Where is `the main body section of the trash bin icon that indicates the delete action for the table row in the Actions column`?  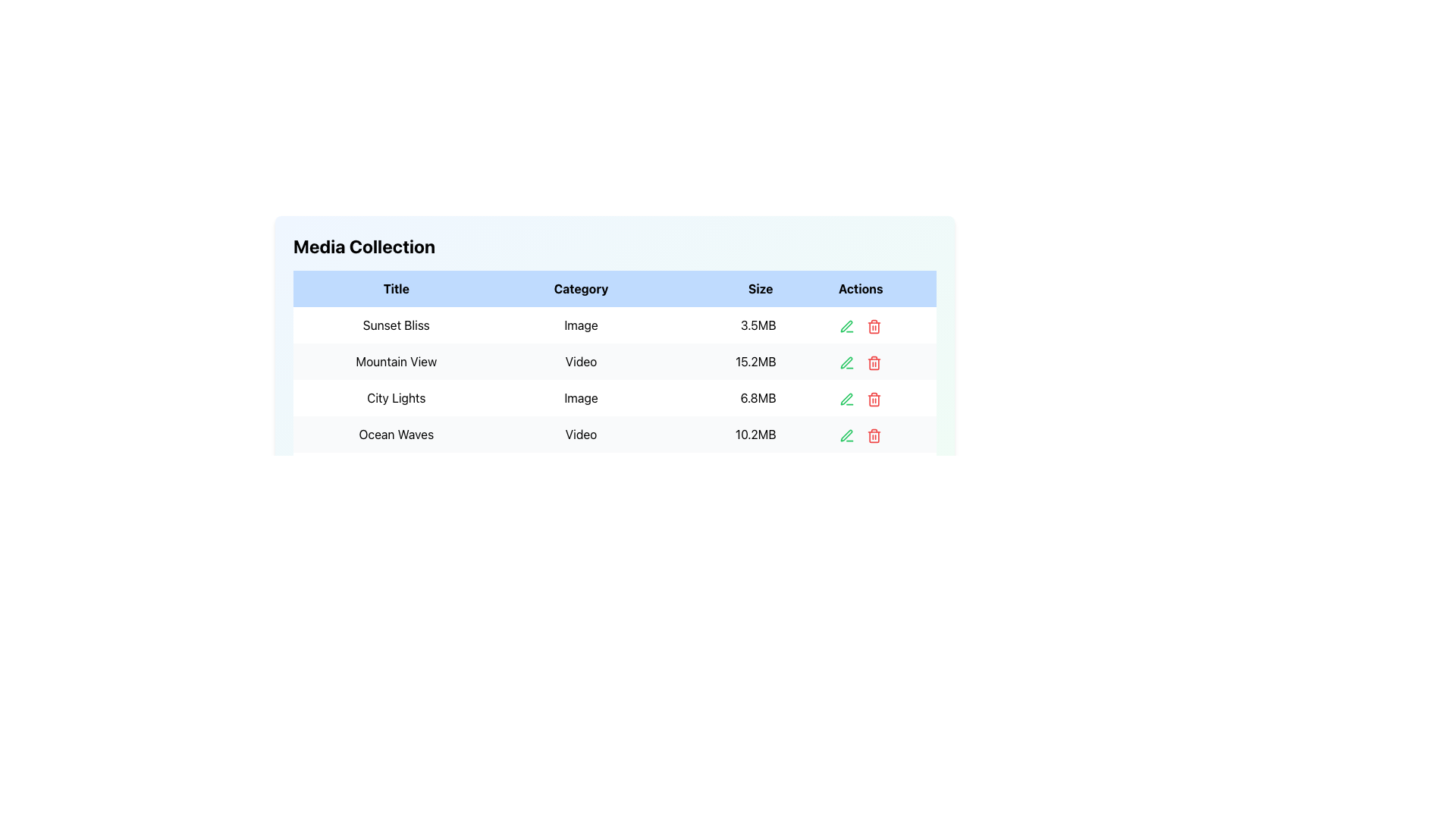 the main body section of the trash bin icon that indicates the delete action for the table row in the Actions column is located at coordinates (874, 327).